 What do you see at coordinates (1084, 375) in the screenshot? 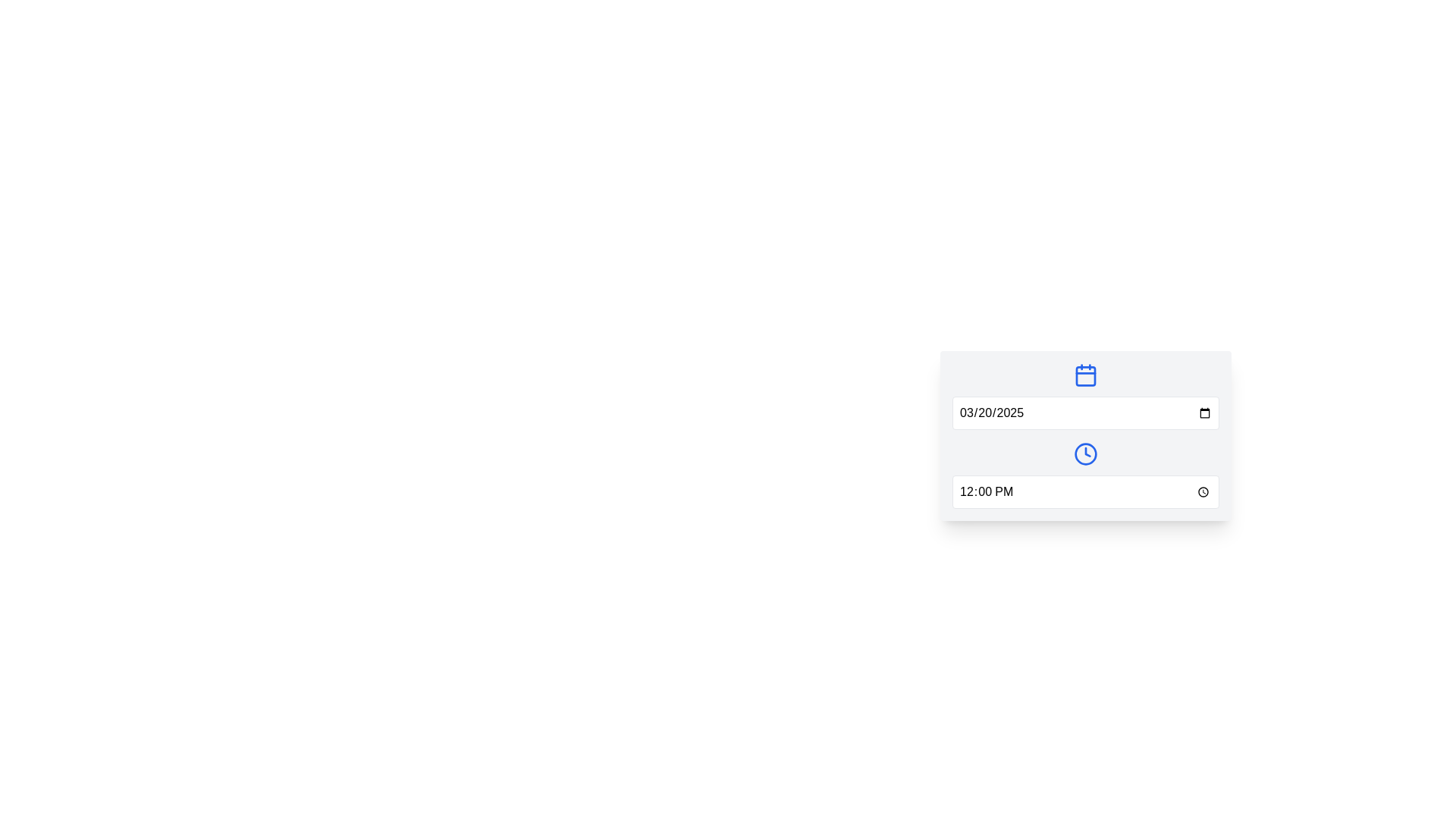
I see `the calendar icon body, which is a light blue rectangular shape with rounded corners, located at the top center of a card-like structure` at bounding box center [1084, 375].